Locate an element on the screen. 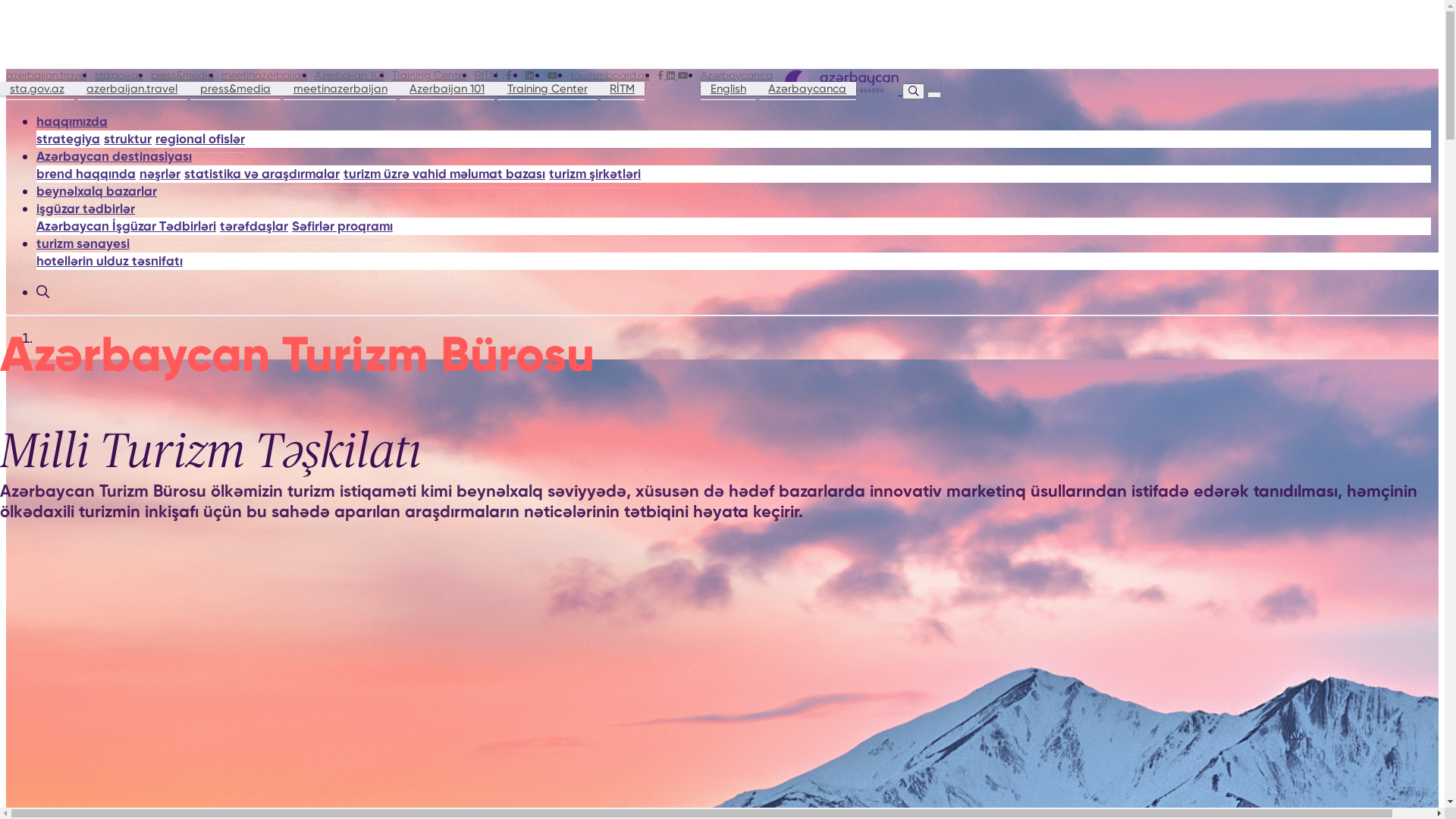 This screenshot has width=1456, height=819. 'sta.gov.az' is located at coordinates (118, 75).